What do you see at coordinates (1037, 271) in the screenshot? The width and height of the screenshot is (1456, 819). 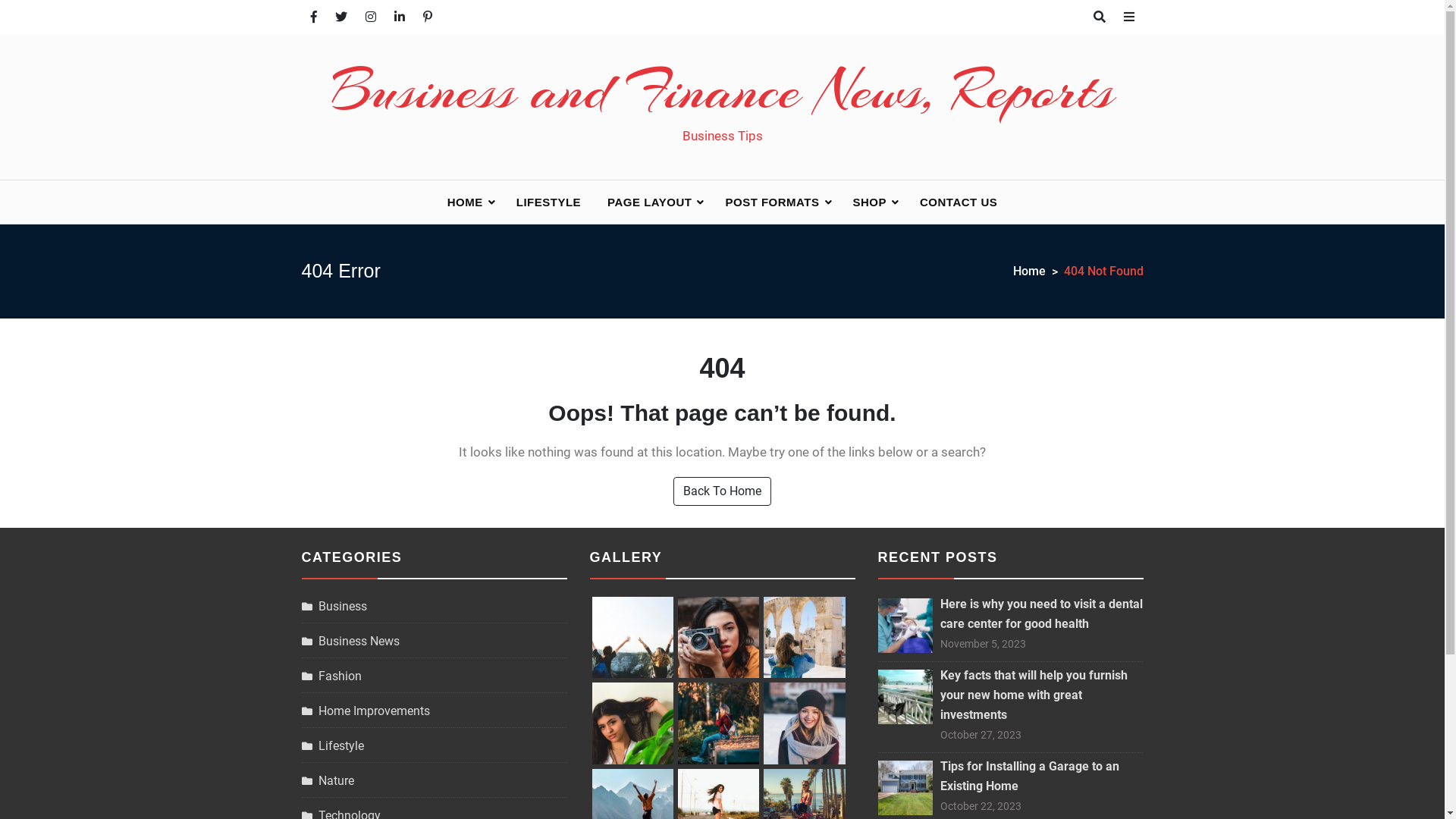 I see `'Home'` at bounding box center [1037, 271].